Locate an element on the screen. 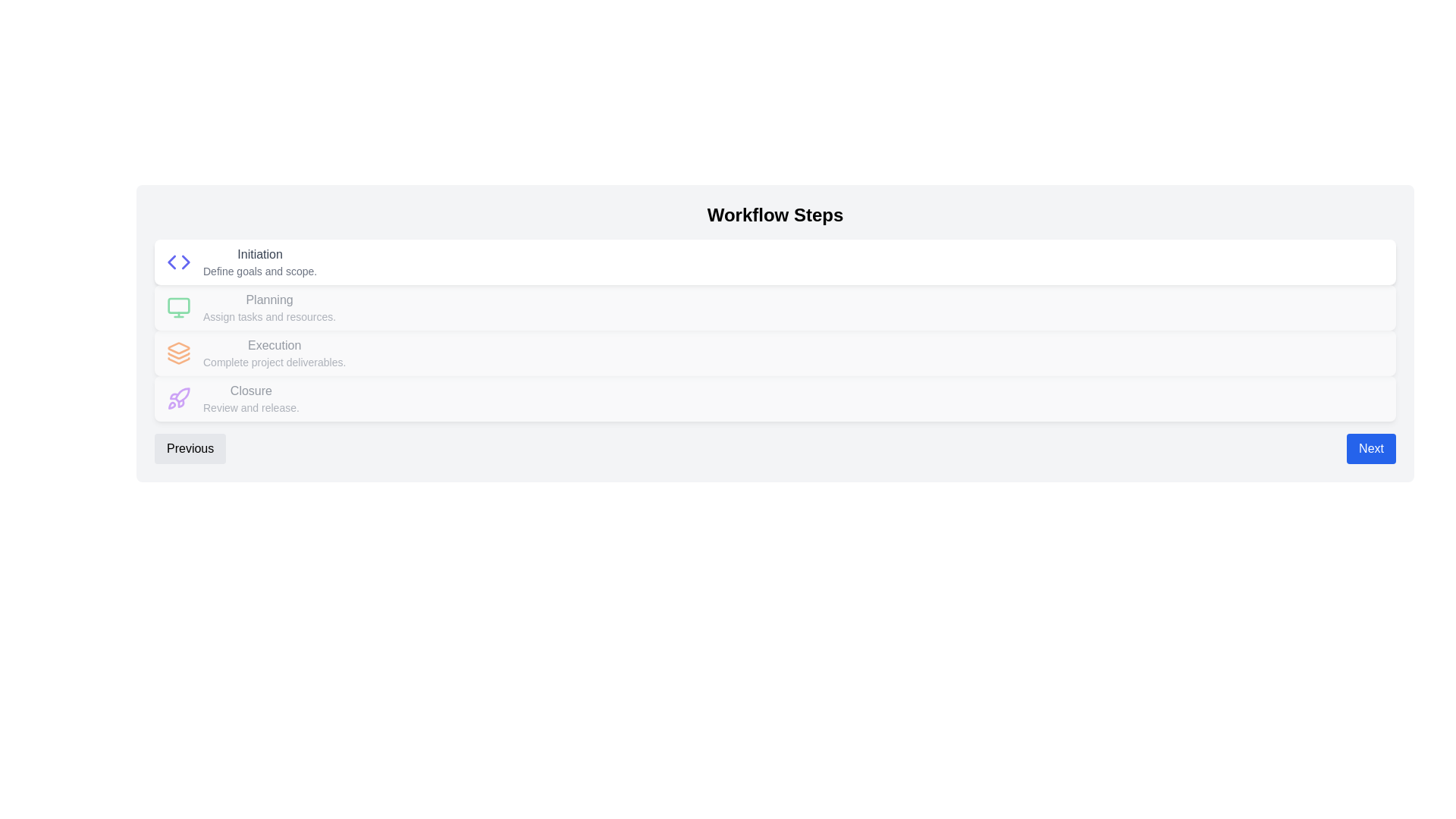  the descriptive text that provides guidance related to the 'Closure' step, which specifies its objective as 'Review and release.' This text is located directly below the 'Closure' heading within the workflow steps section is located at coordinates (251, 406).